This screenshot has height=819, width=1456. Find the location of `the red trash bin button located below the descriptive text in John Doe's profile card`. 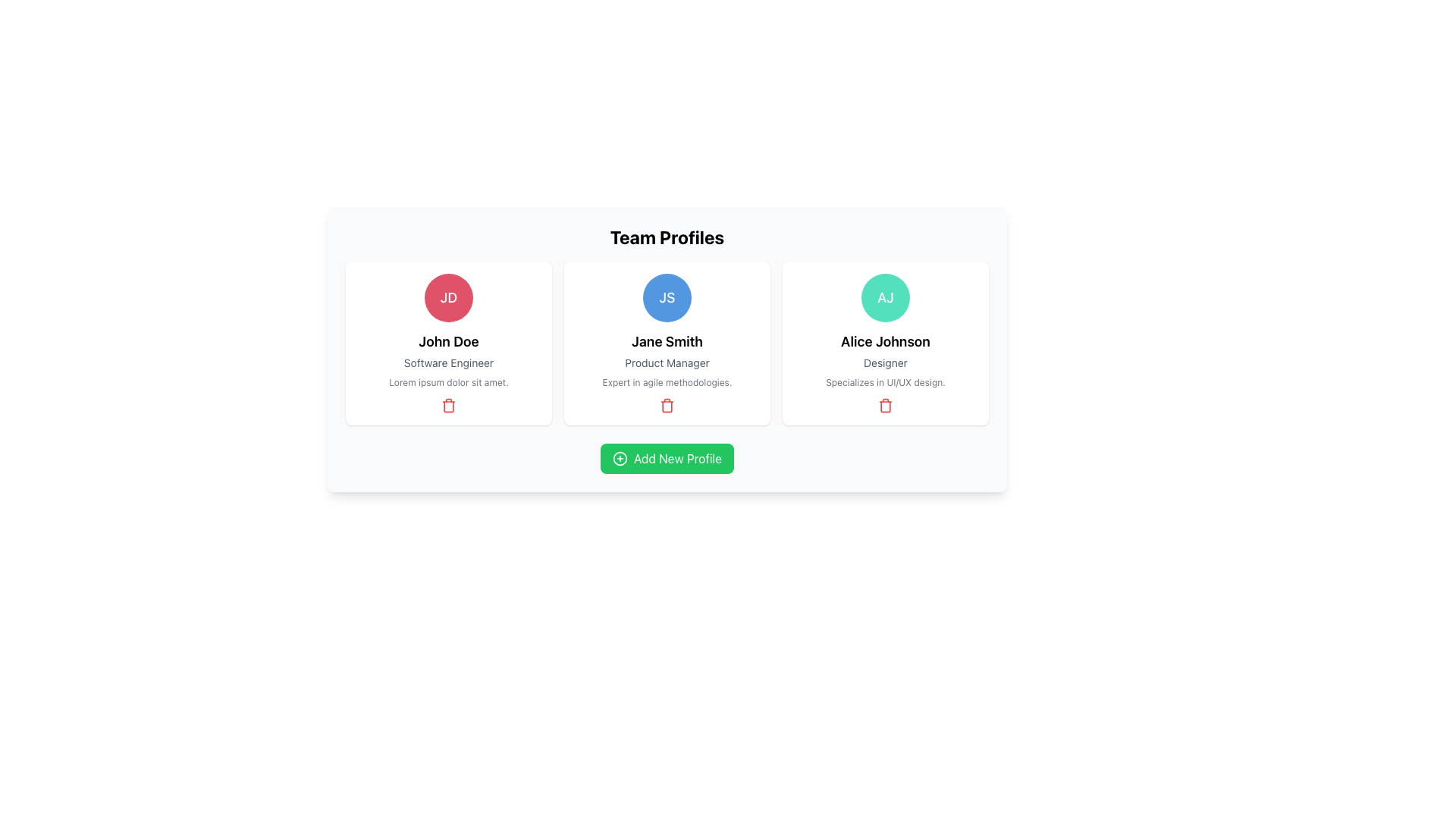

the red trash bin button located below the descriptive text in John Doe's profile card is located at coordinates (447, 405).